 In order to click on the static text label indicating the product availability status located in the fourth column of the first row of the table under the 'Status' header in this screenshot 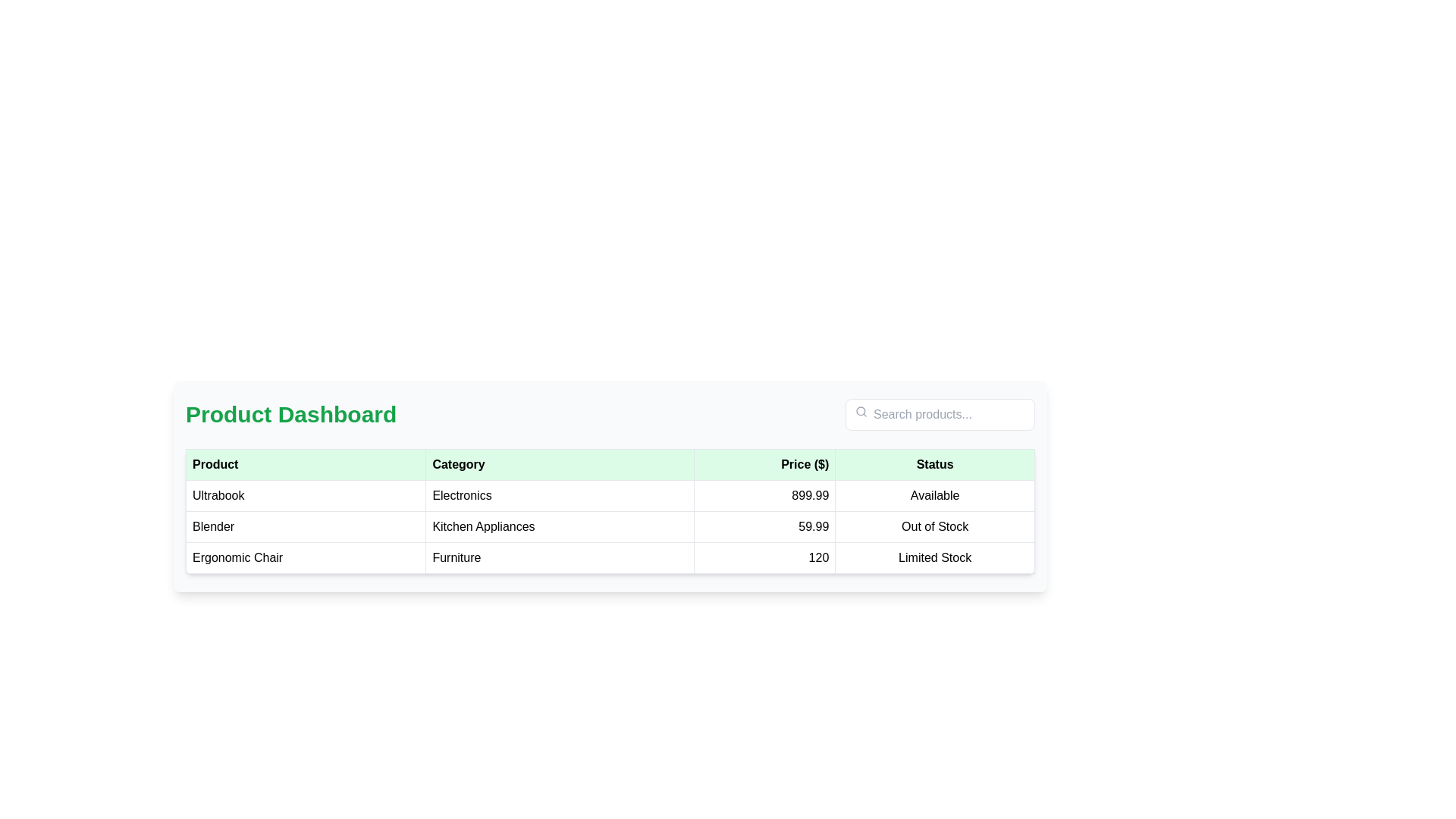, I will do `click(934, 496)`.